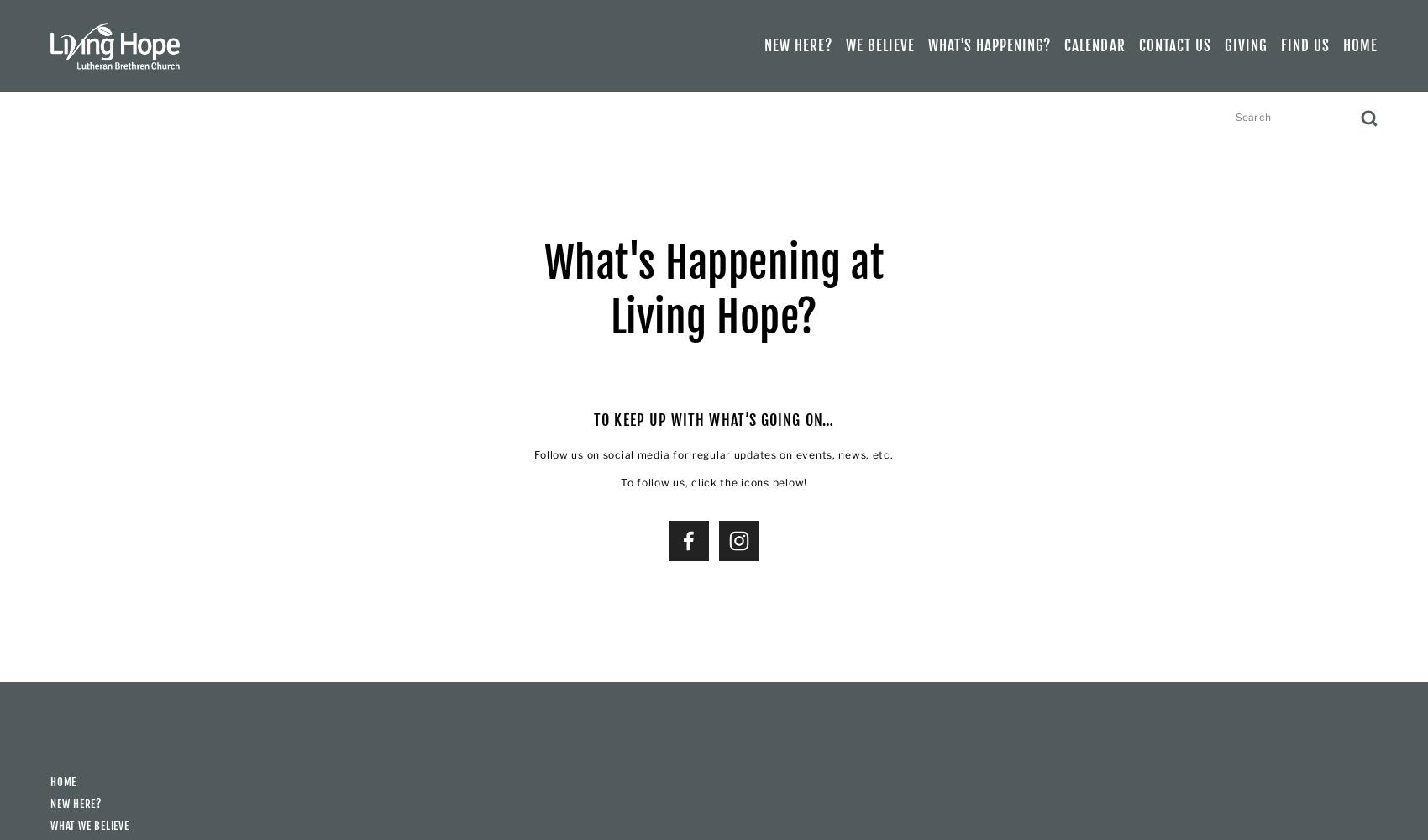  What do you see at coordinates (89, 824) in the screenshot?
I see `'What We Believe'` at bounding box center [89, 824].